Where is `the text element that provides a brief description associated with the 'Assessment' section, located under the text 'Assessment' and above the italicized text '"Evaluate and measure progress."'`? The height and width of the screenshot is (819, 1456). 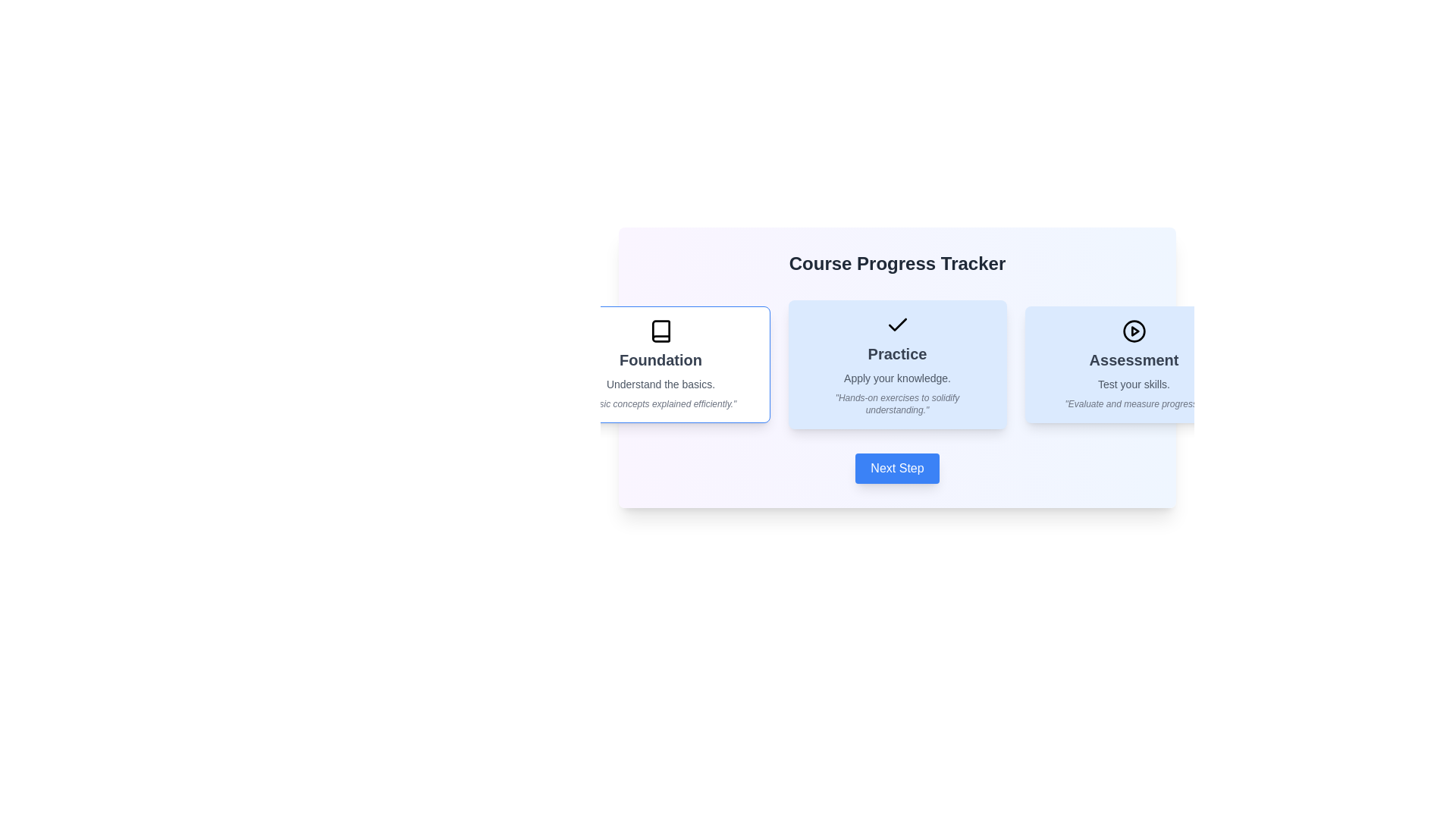
the text element that provides a brief description associated with the 'Assessment' section, located under the text 'Assessment' and above the italicized text '"Evaluate and measure progress."' is located at coordinates (1134, 383).